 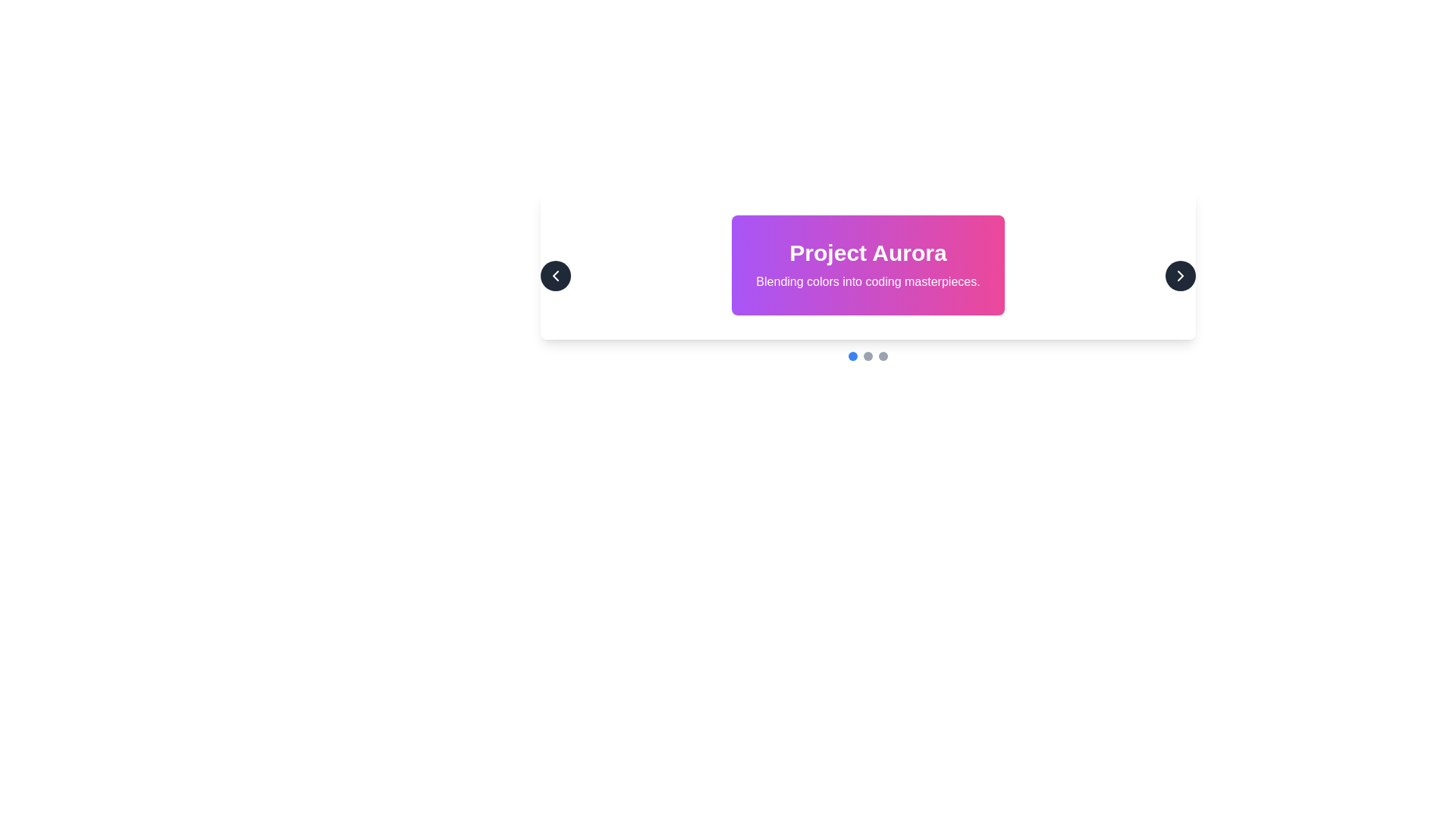 I want to click on the active blue circle in the Carousel navigation indicator located at the bottom of the 'Project Aurora' card layout, so click(x=868, y=356).